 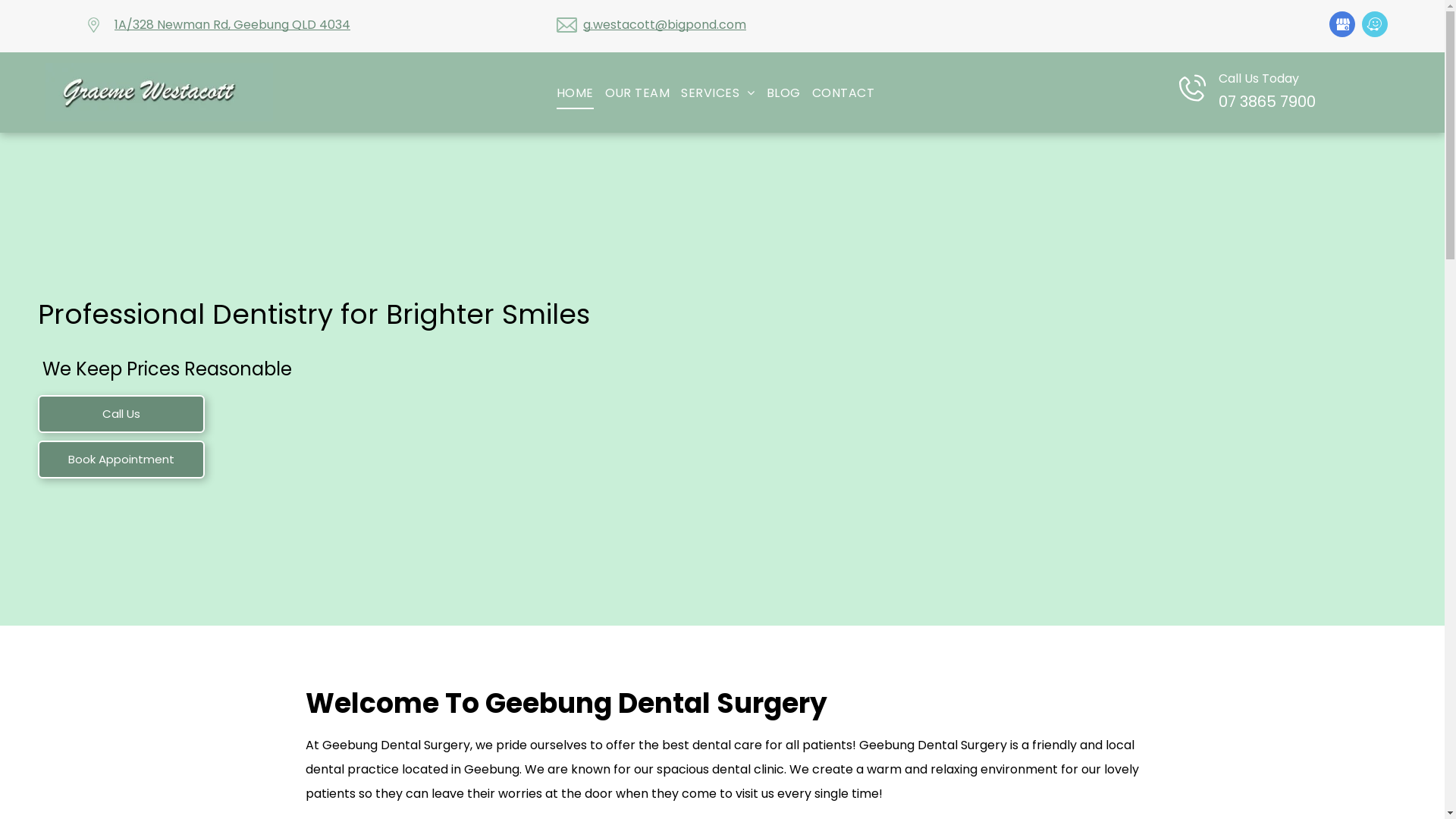 I want to click on '1A/328 Newman Rd, Geebung QLD 4034', so click(x=231, y=24).